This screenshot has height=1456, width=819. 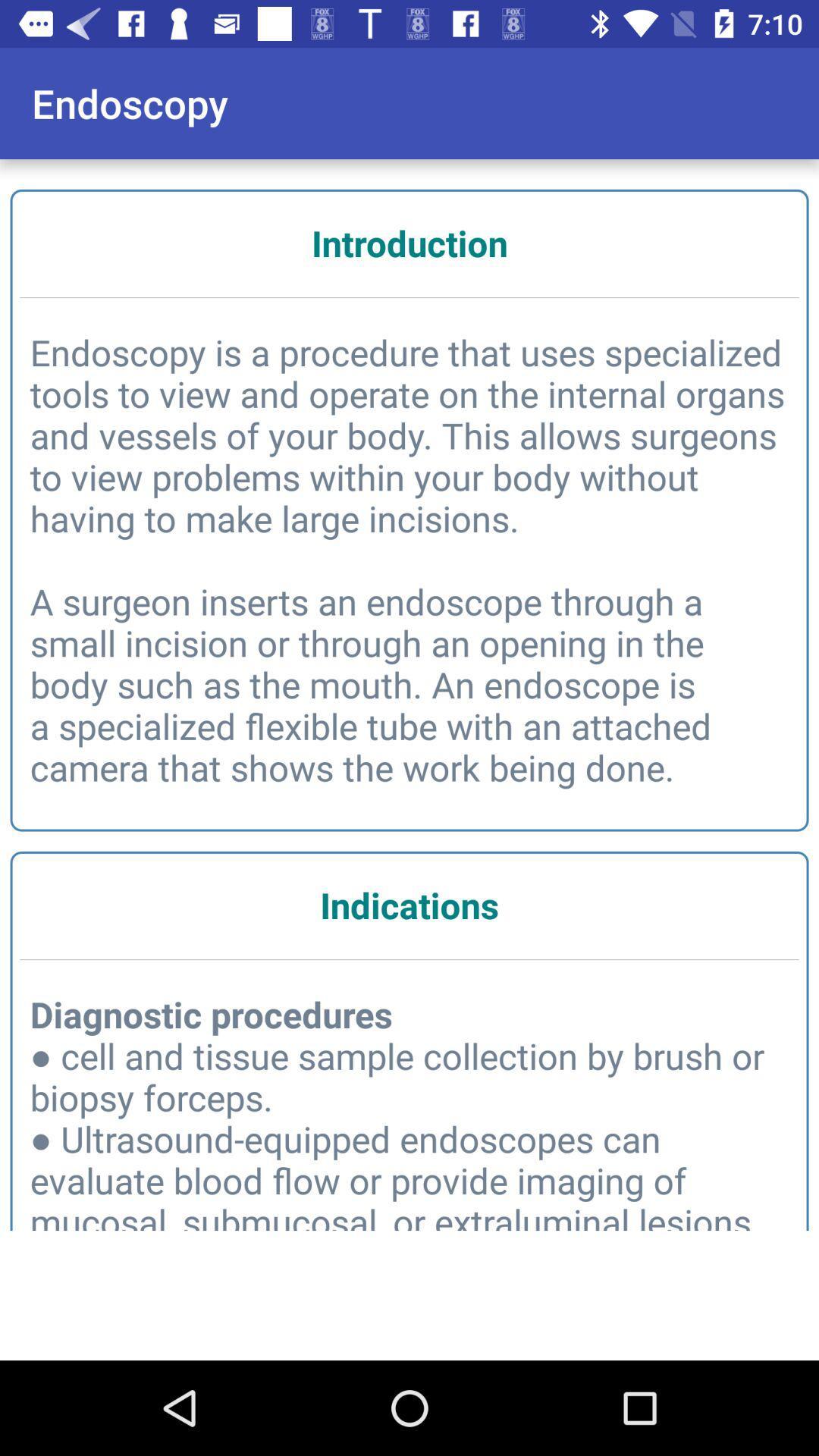 I want to click on introduction icon, so click(x=409, y=243).